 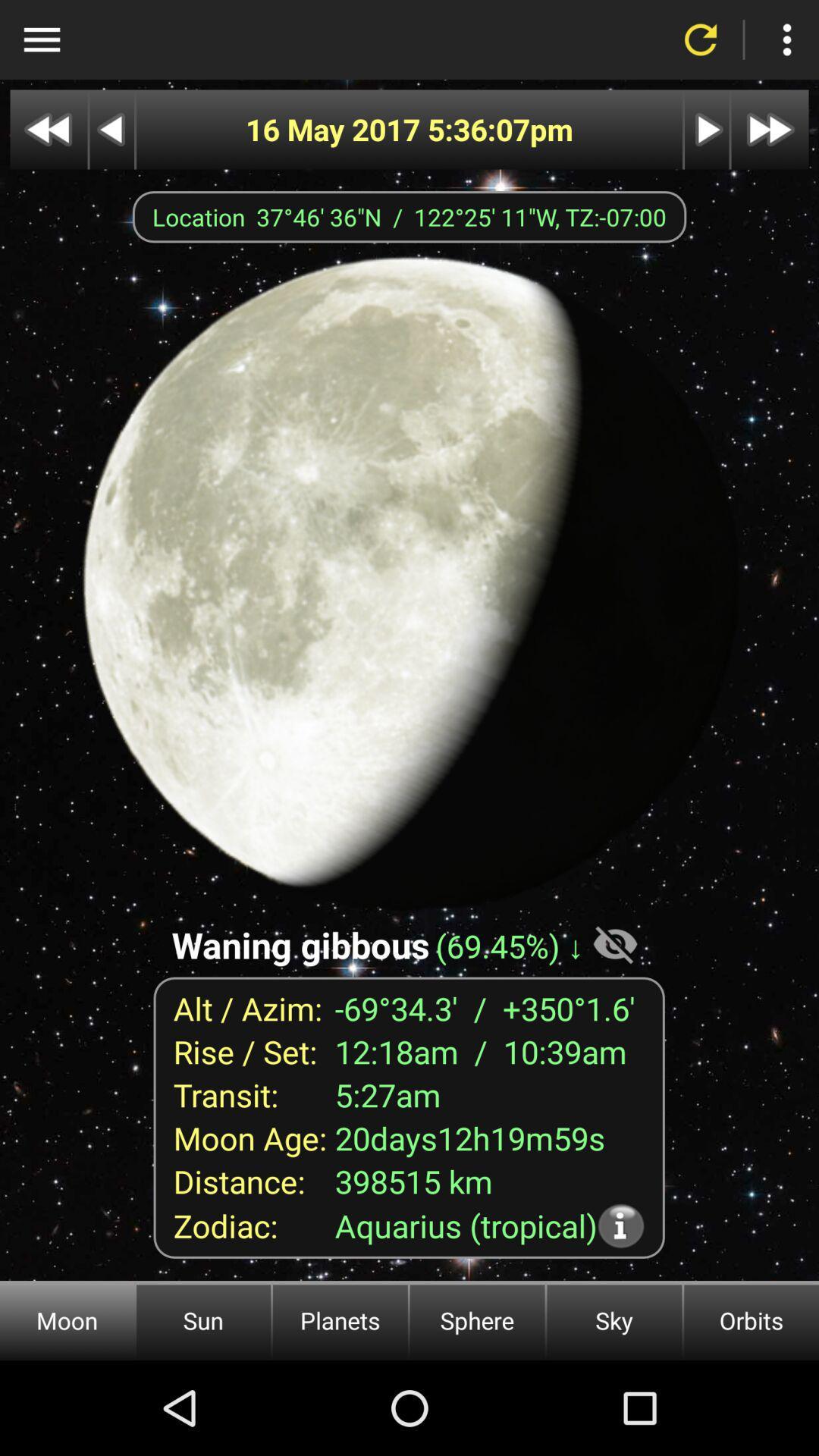 I want to click on the menu icon, so click(x=41, y=39).